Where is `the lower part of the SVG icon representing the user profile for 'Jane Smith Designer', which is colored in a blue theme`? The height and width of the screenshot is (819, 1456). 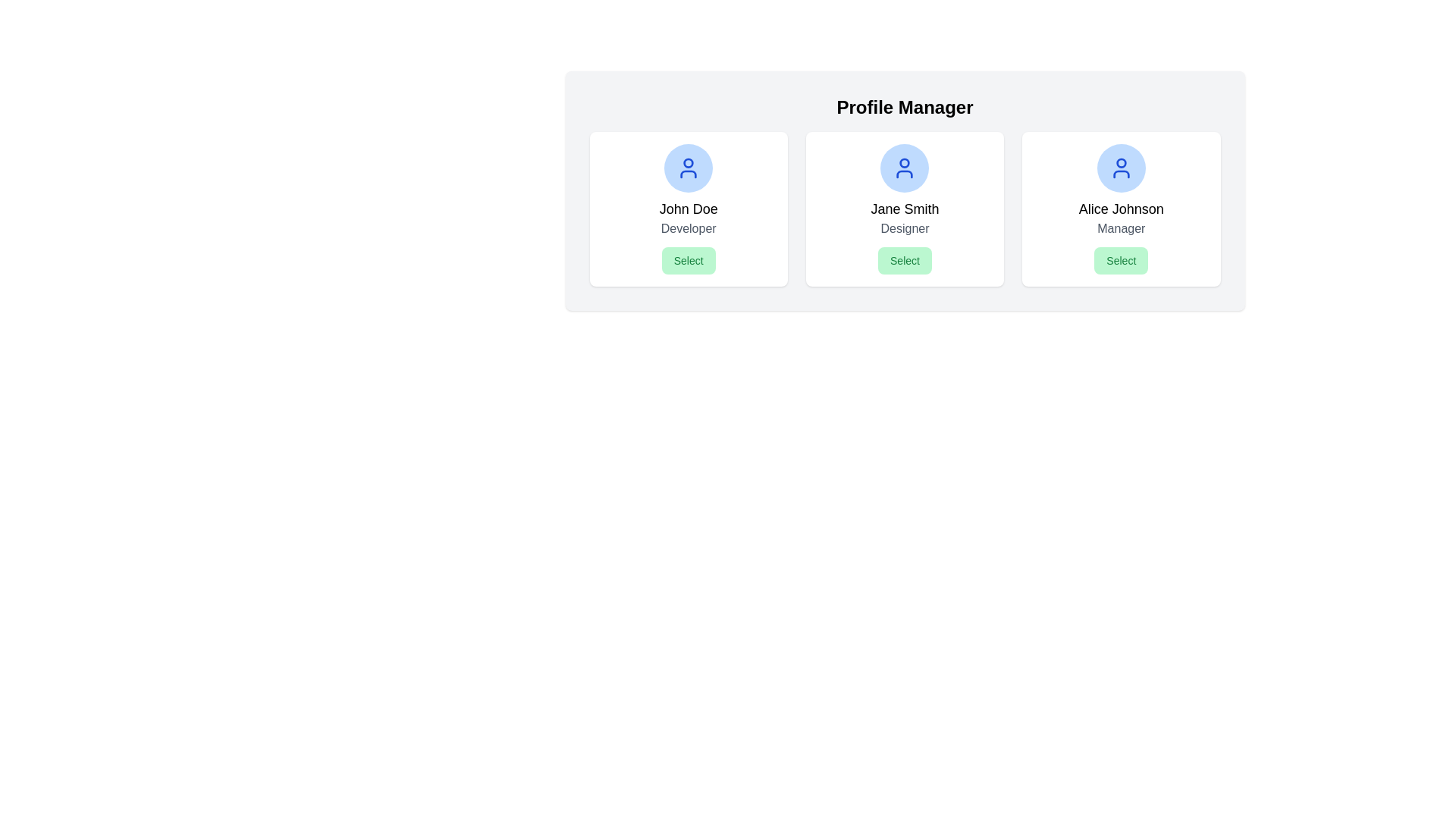 the lower part of the SVG icon representing the user profile for 'Jane Smith Designer', which is colored in a blue theme is located at coordinates (905, 174).